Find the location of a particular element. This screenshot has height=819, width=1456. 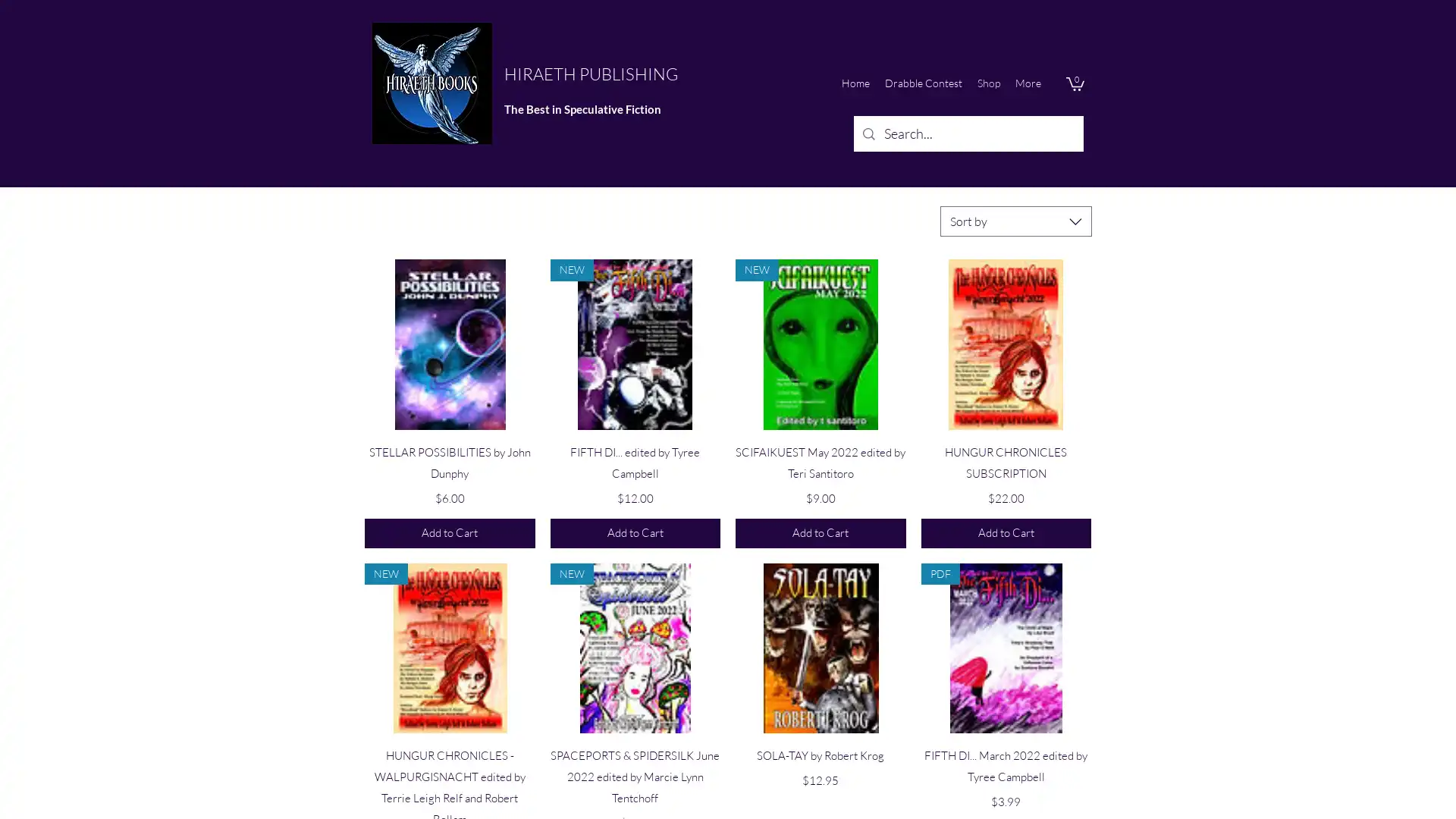

Add to Cart is located at coordinates (449, 532).